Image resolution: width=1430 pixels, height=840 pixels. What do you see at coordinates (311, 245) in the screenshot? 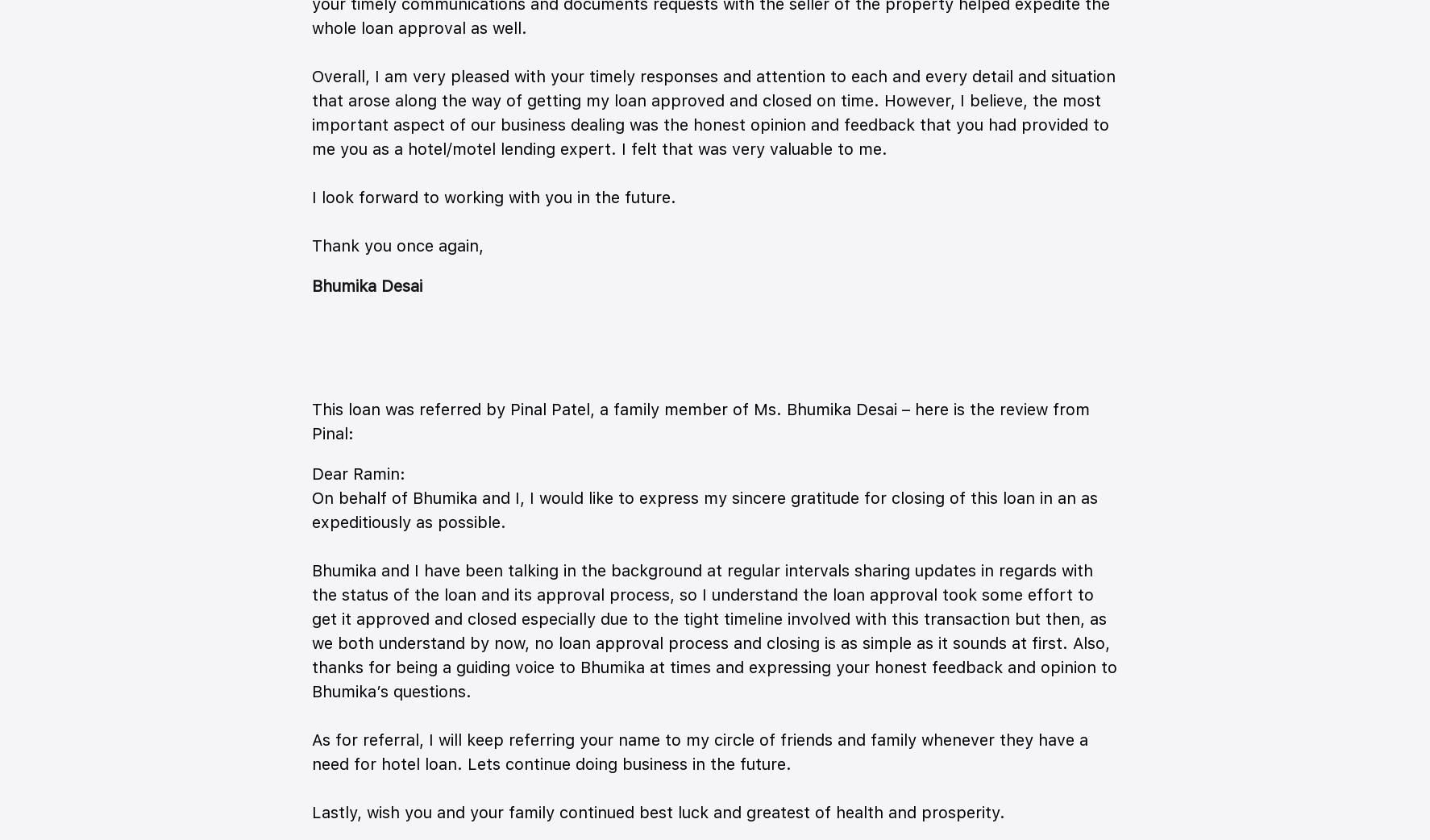
I see `'Thank you once again,'` at bounding box center [311, 245].